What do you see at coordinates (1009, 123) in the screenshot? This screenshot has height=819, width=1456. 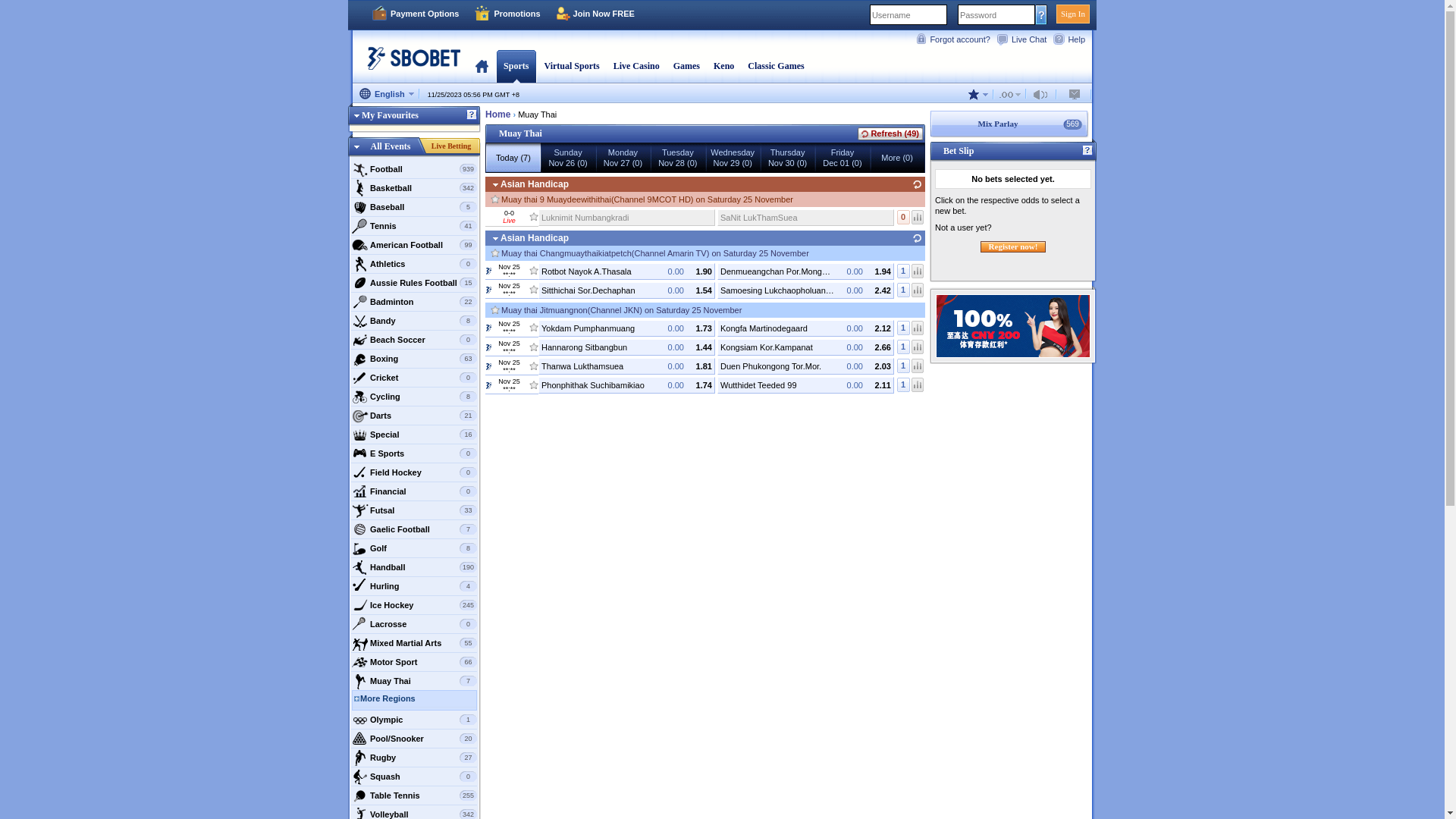 I see `'Mix Parlay` at bounding box center [1009, 123].